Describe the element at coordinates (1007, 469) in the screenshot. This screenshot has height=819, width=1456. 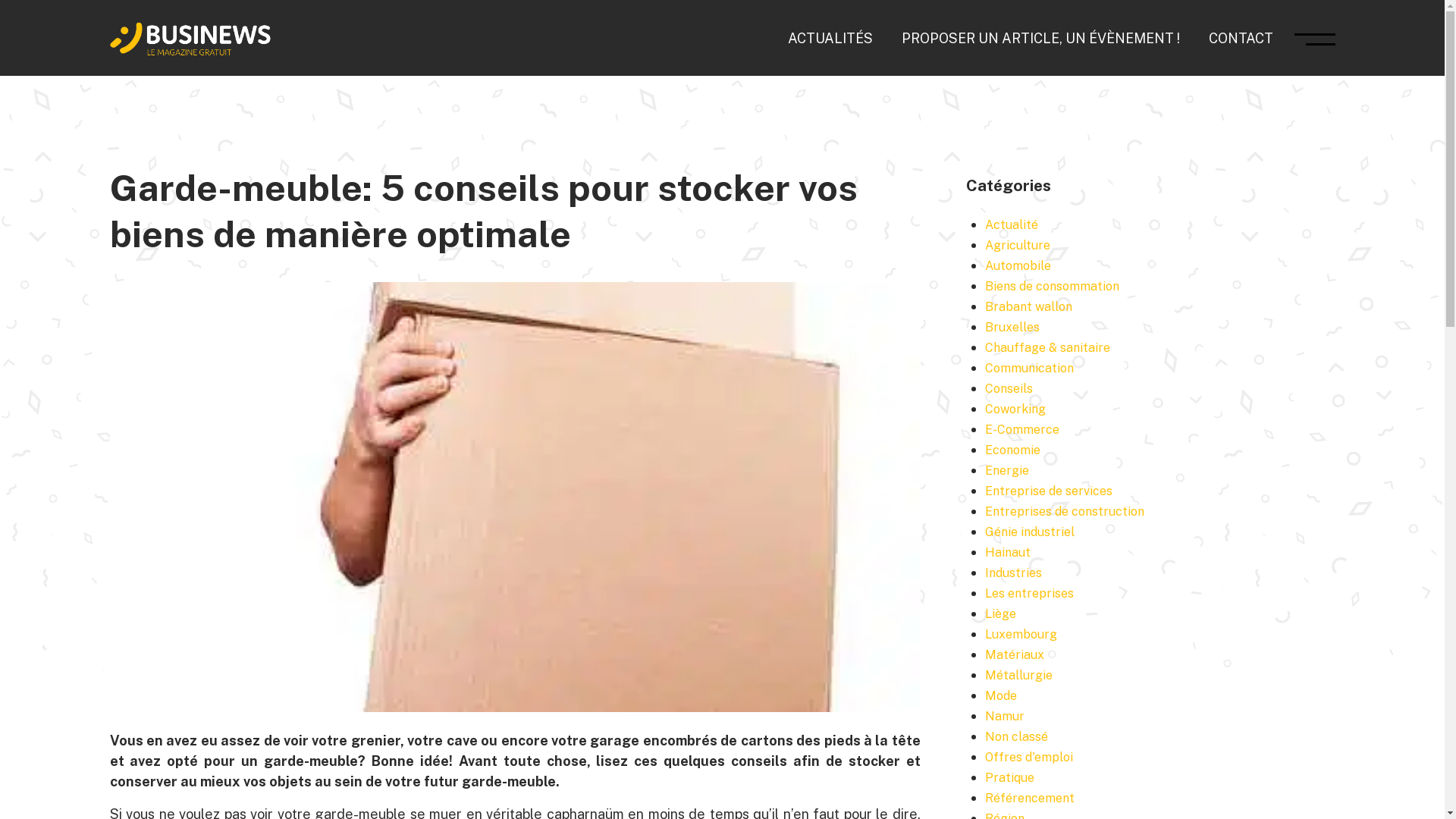
I see `'Energie'` at that location.